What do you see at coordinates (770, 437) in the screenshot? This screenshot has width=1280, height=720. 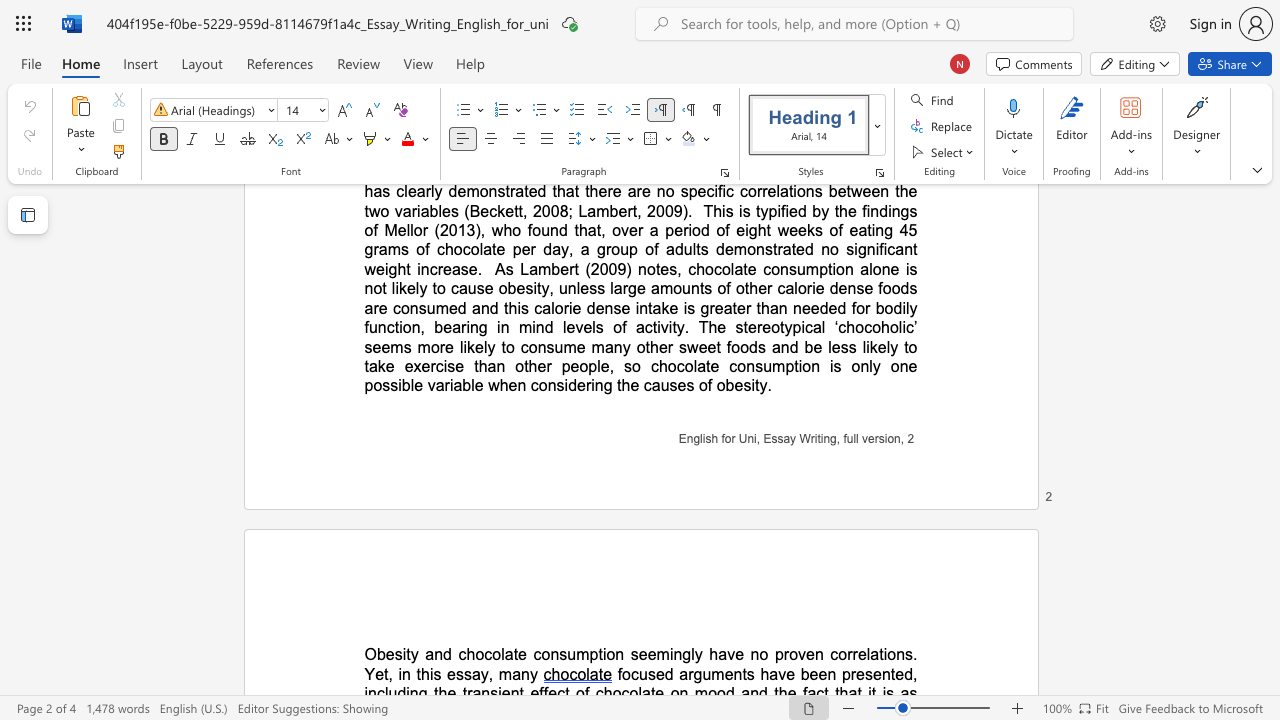 I see `the subset text "ssay" within the text "English for Uni, Essay Writing, full version,"` at bounding box center [770, 437].